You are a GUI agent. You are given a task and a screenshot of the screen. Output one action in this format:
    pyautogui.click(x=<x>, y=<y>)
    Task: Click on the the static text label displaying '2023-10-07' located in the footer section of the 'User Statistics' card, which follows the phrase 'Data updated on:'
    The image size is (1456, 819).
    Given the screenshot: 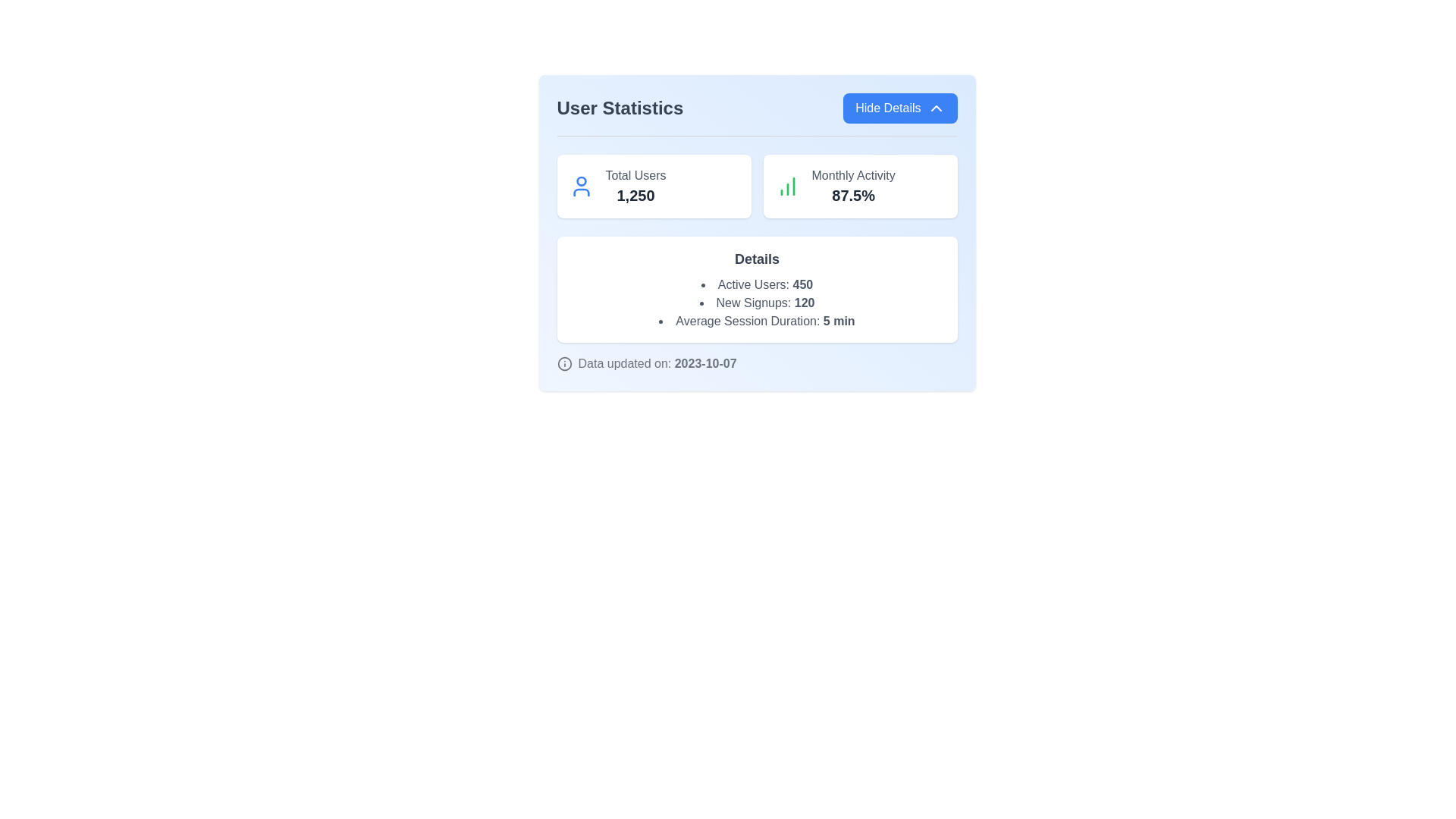 What is the action you would take?
    pyautogui.click(x=704, y=363)
    